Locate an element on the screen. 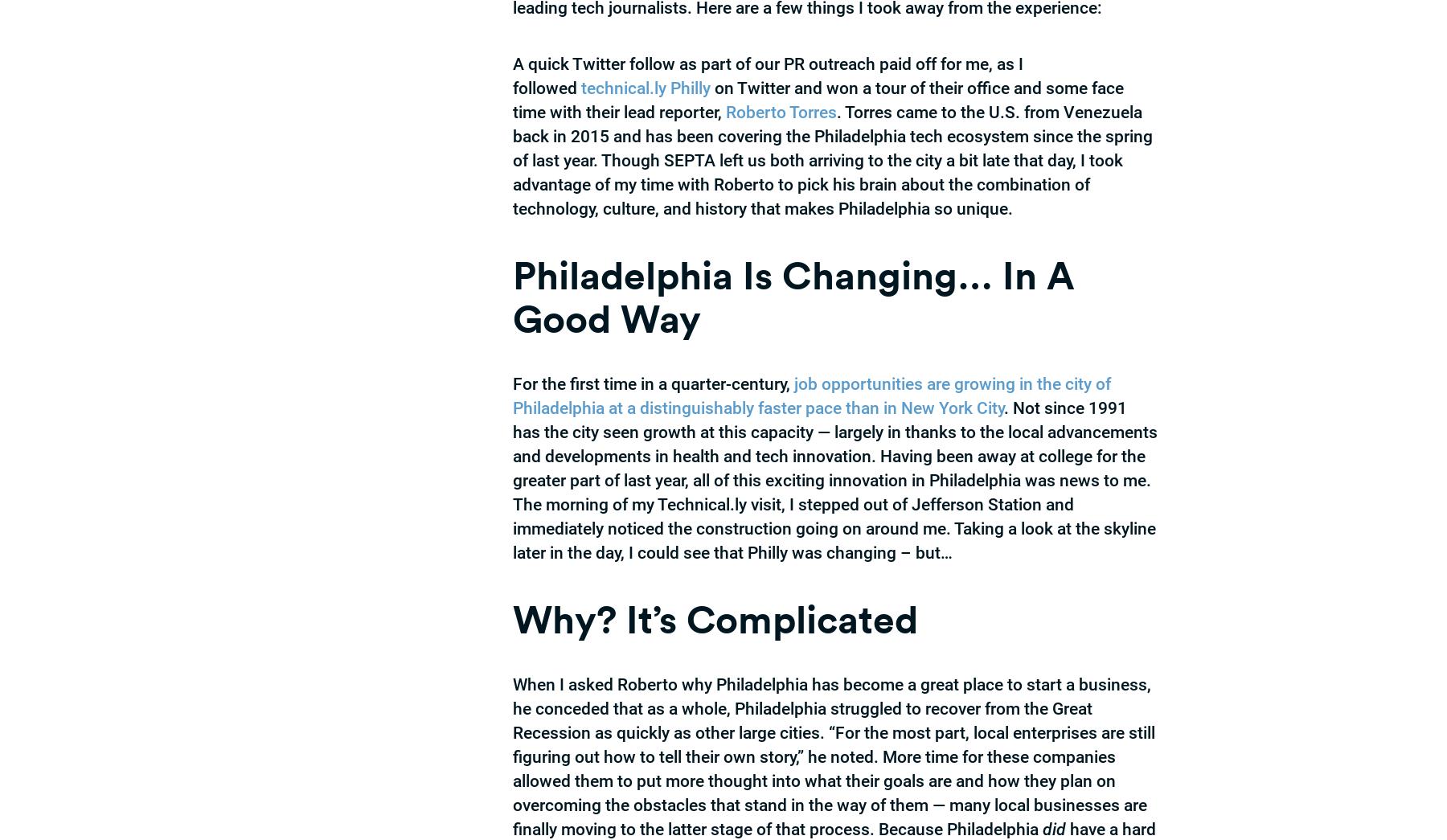 The height and width of the screenshot is (840, 1447). 'did' is located at coordinates (1043, 830).